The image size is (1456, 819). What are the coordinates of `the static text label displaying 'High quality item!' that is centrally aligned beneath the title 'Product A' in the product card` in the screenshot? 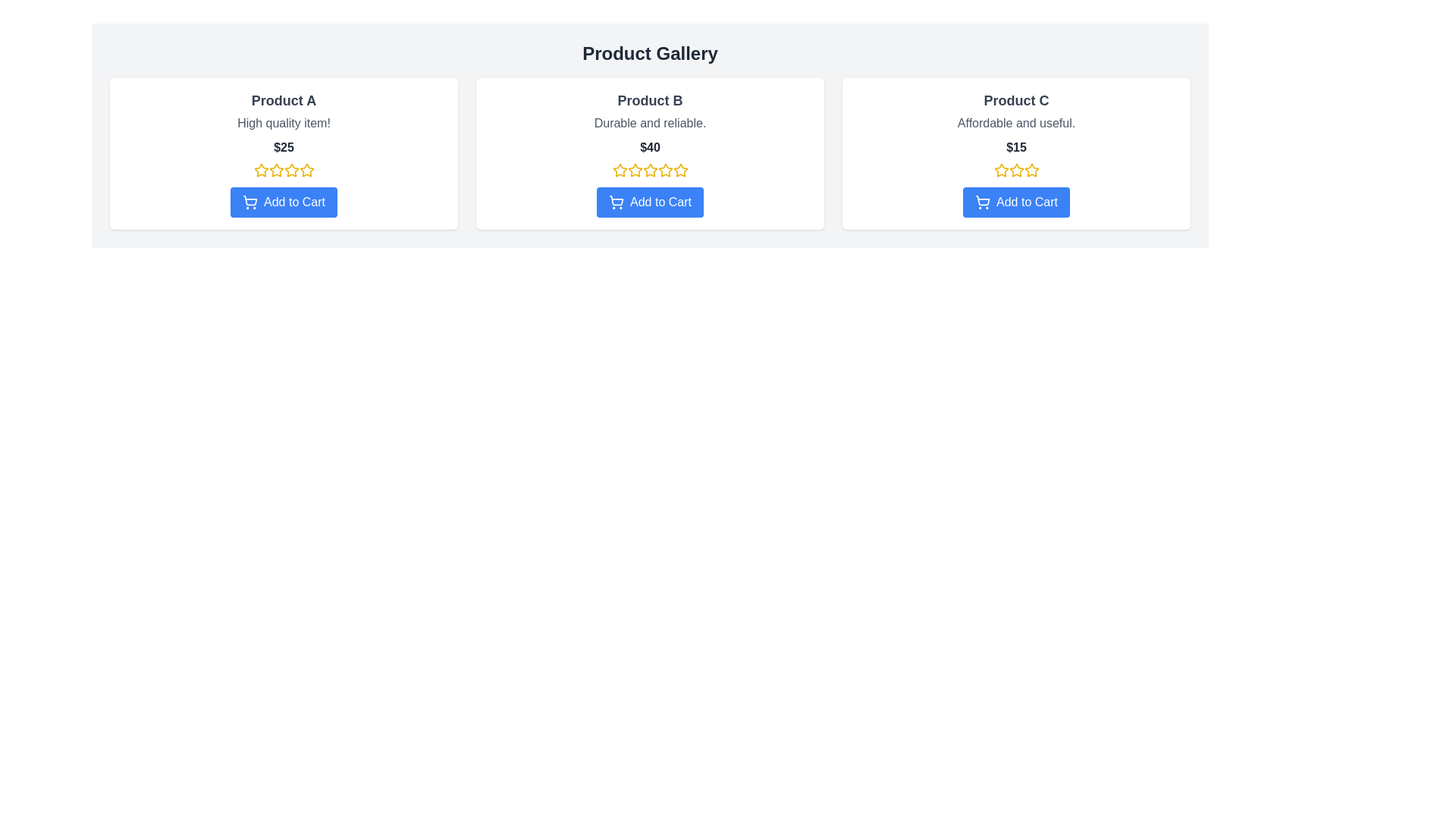 It's located at (284, 122).